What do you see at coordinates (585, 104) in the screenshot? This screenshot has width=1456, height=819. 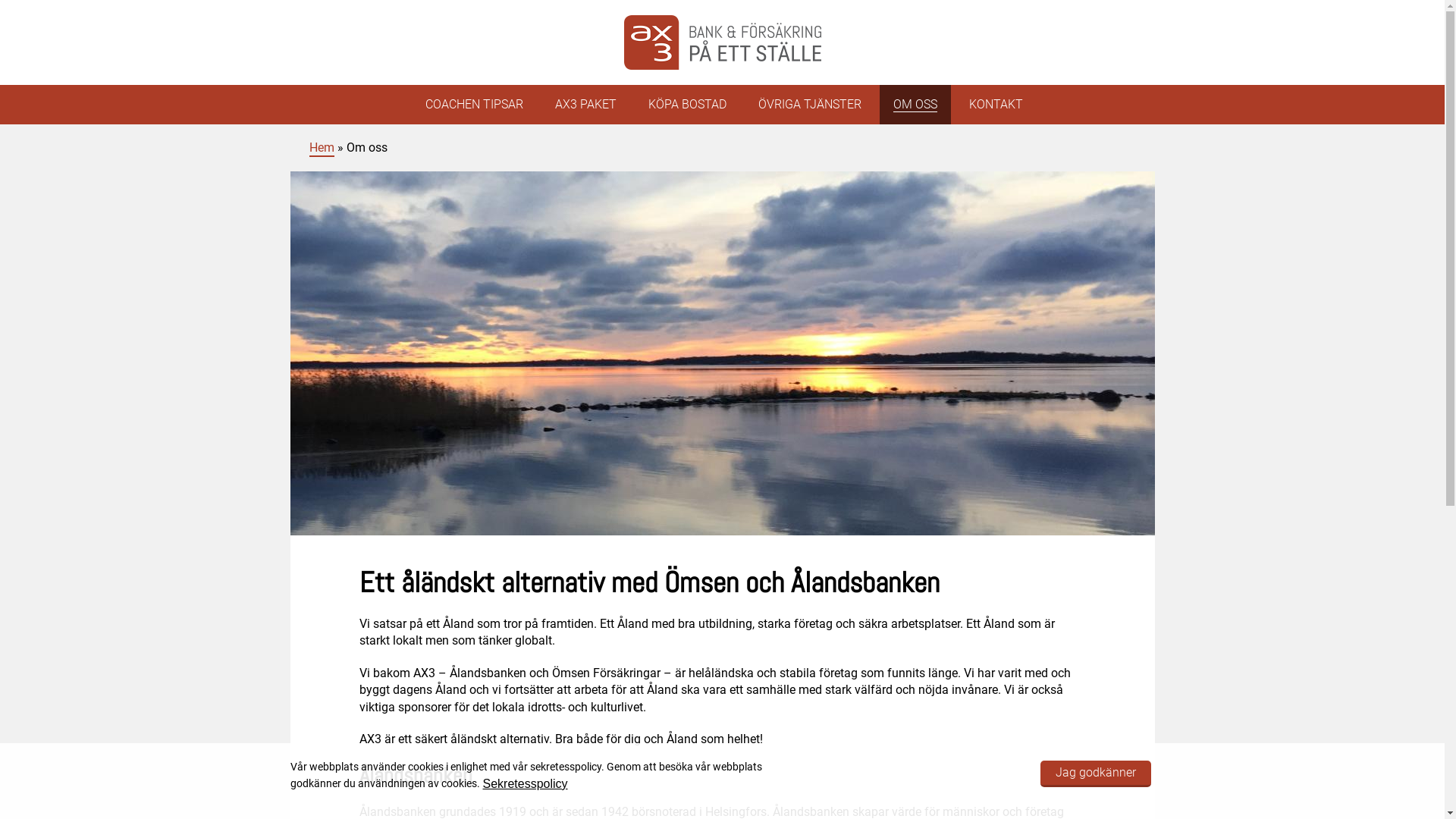 I see `'AX3 PAKET'` at bounding box center [585, 104].